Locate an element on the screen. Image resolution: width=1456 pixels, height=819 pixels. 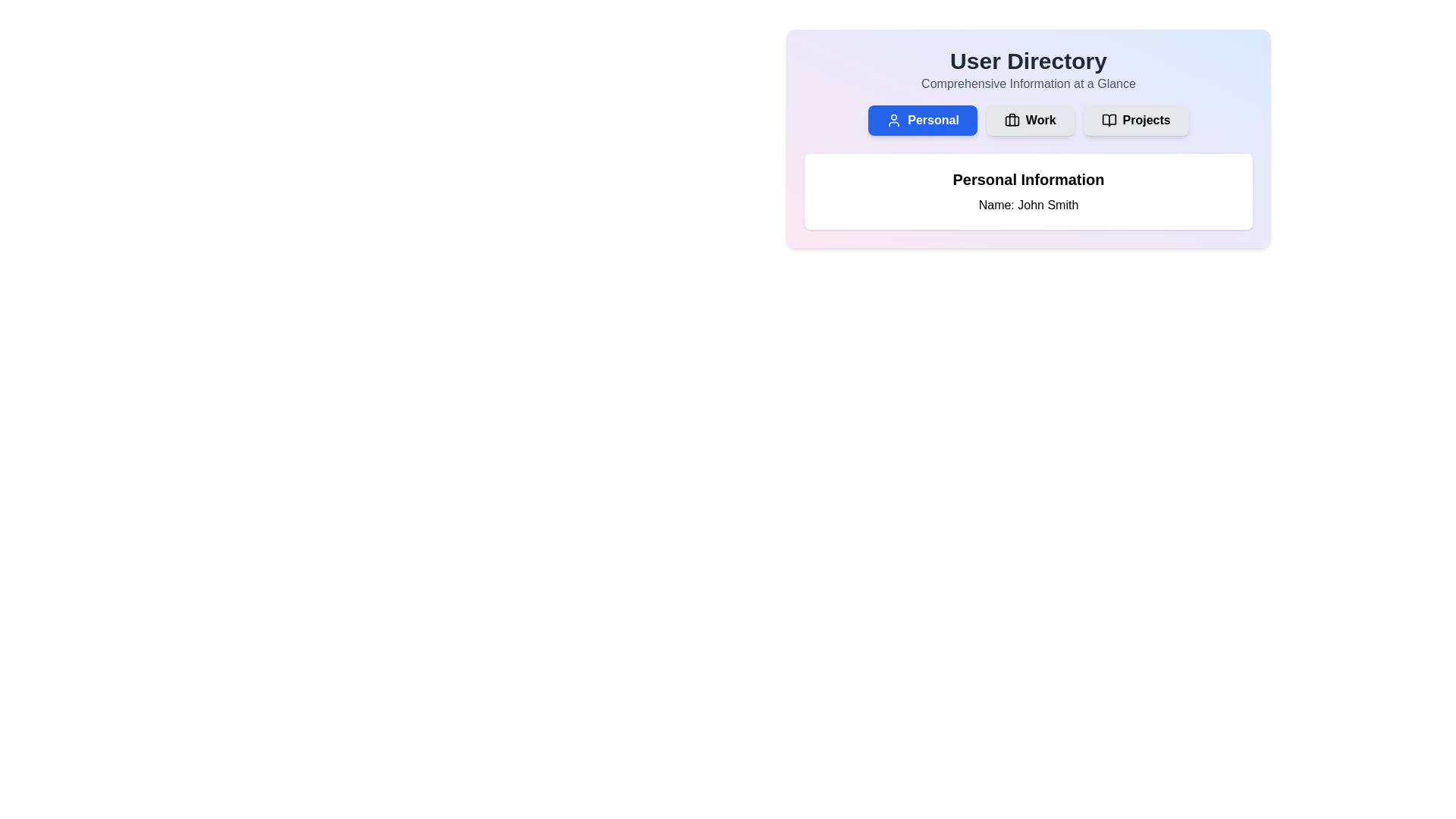
the 'Work' text label within the button to trigger the hover effect is located at coordinates (1040, 119).